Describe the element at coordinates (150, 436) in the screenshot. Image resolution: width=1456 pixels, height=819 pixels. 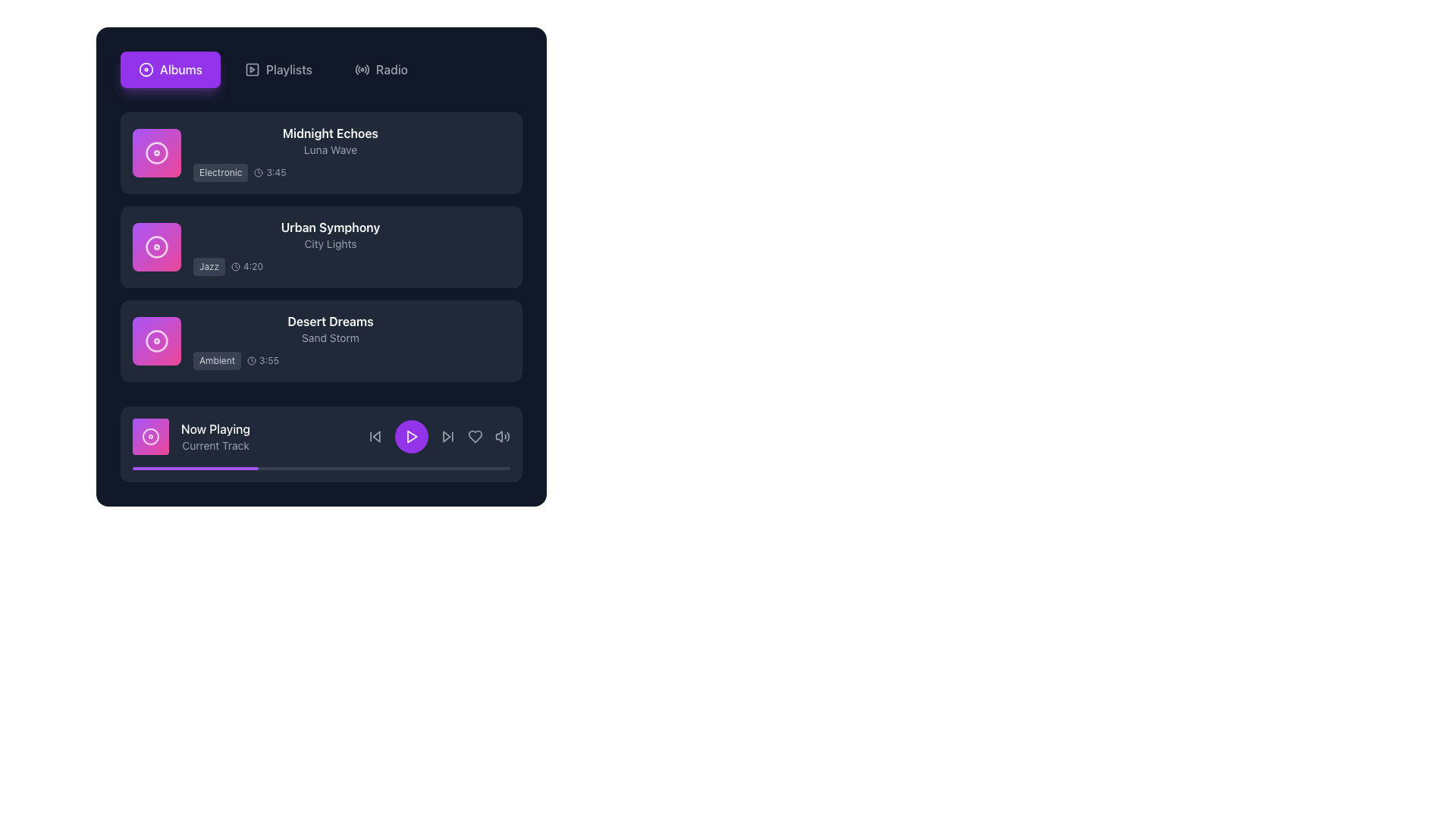
I see `the outer SVG circle located at the bottom-left corner of the 'Now Playing' section, which is part of the album artwork representation` at that location.